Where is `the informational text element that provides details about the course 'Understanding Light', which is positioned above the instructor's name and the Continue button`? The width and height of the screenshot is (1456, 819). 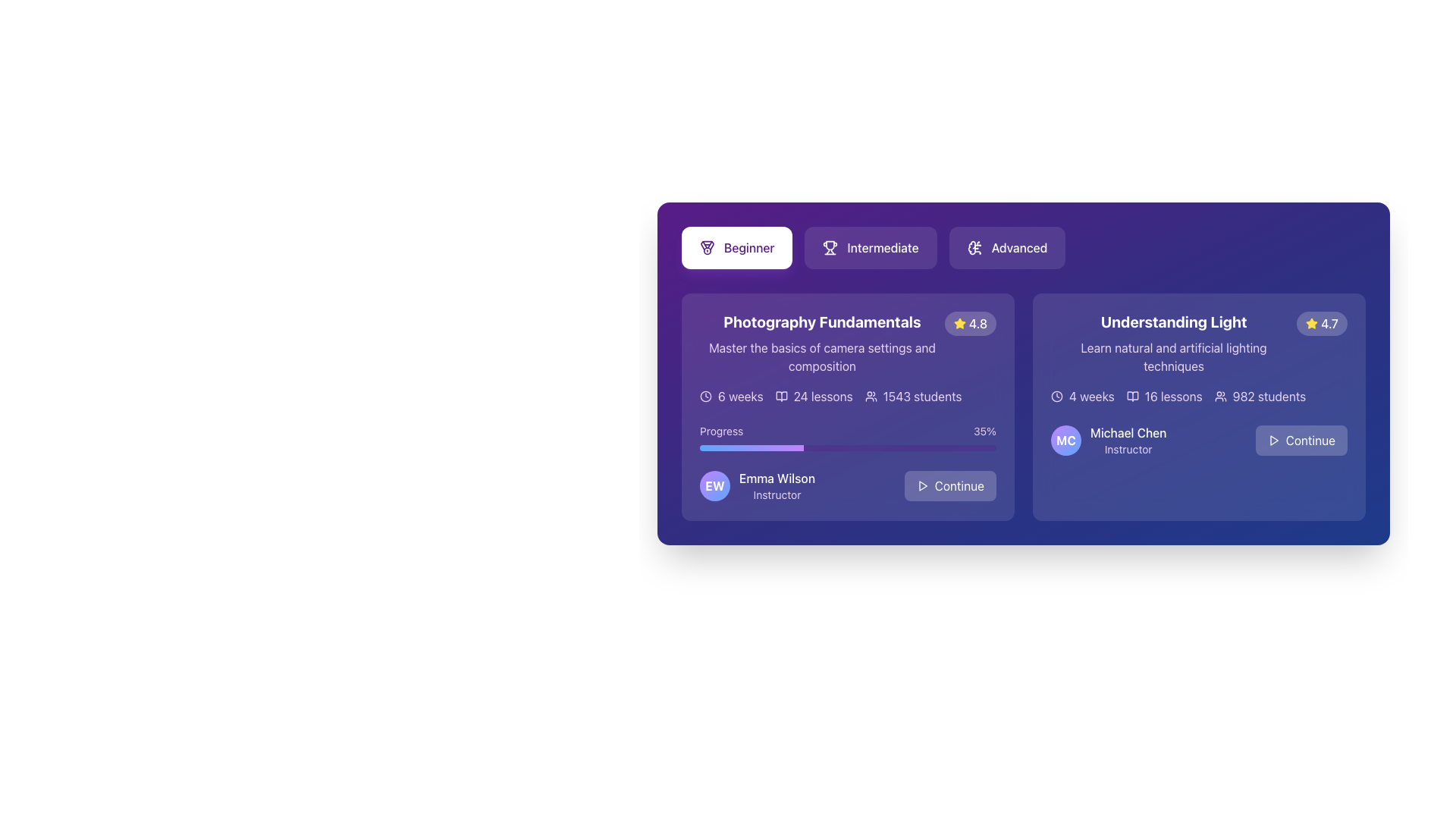 the informational text element that provides details about the course 'Understanding Light', which is positioned above the instructor's name and the Continue button is located at coordinates (1198, 396).